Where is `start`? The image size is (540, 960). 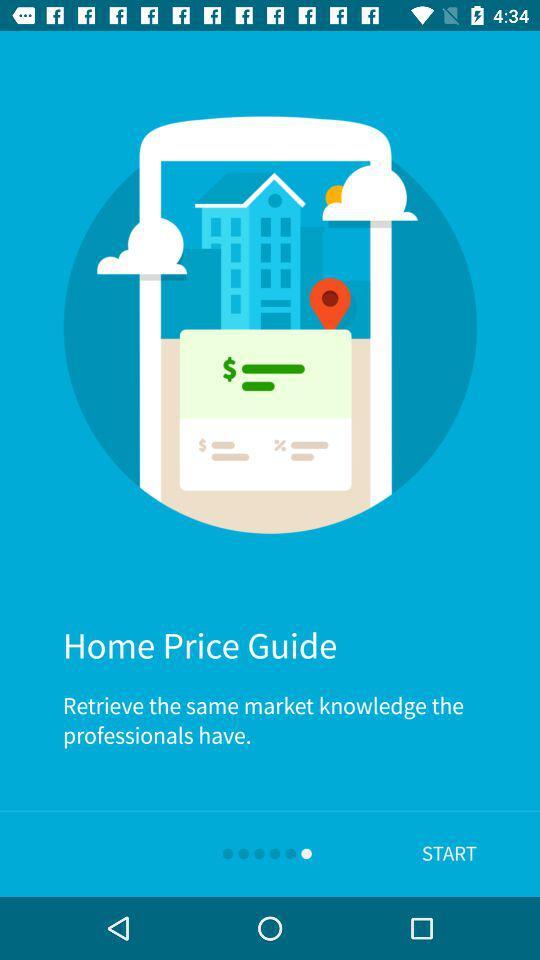 start is located at coordinates (449, 853).